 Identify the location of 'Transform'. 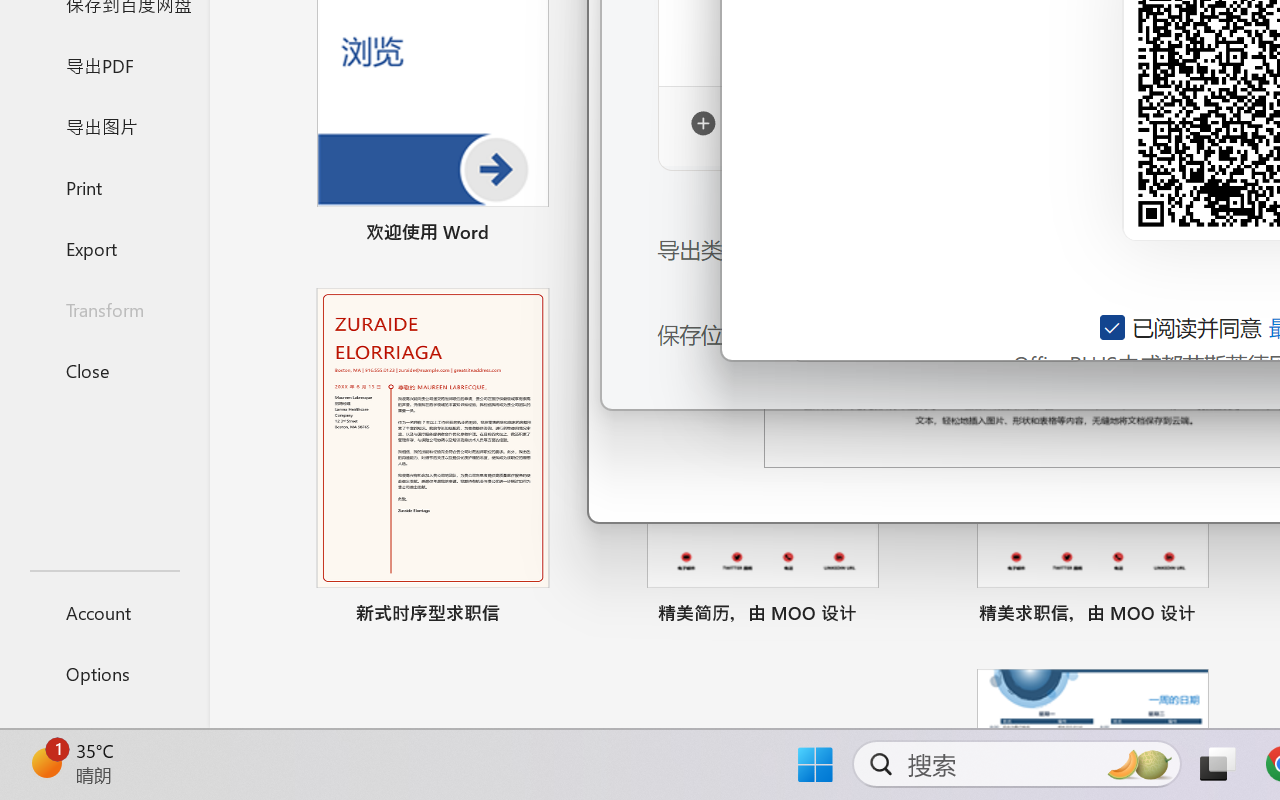
(103, 308).